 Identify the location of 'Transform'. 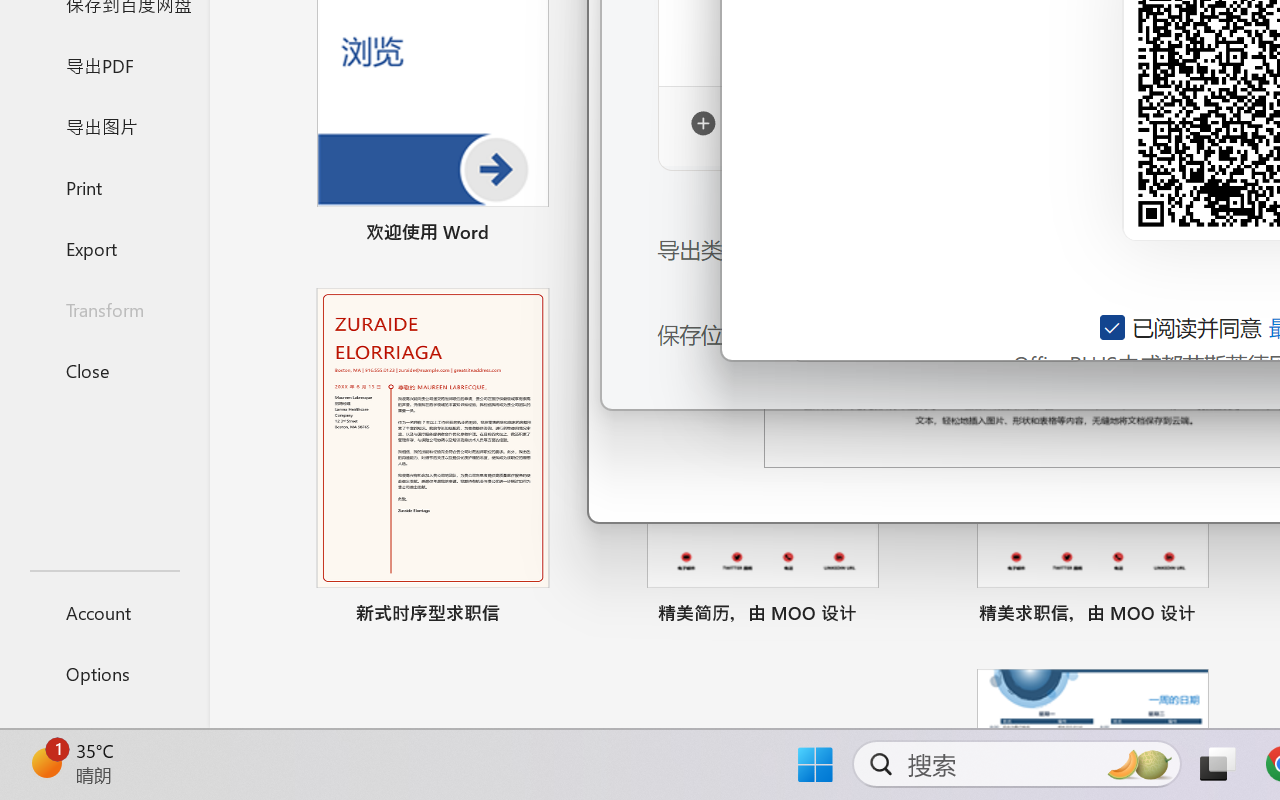
(103, 308).